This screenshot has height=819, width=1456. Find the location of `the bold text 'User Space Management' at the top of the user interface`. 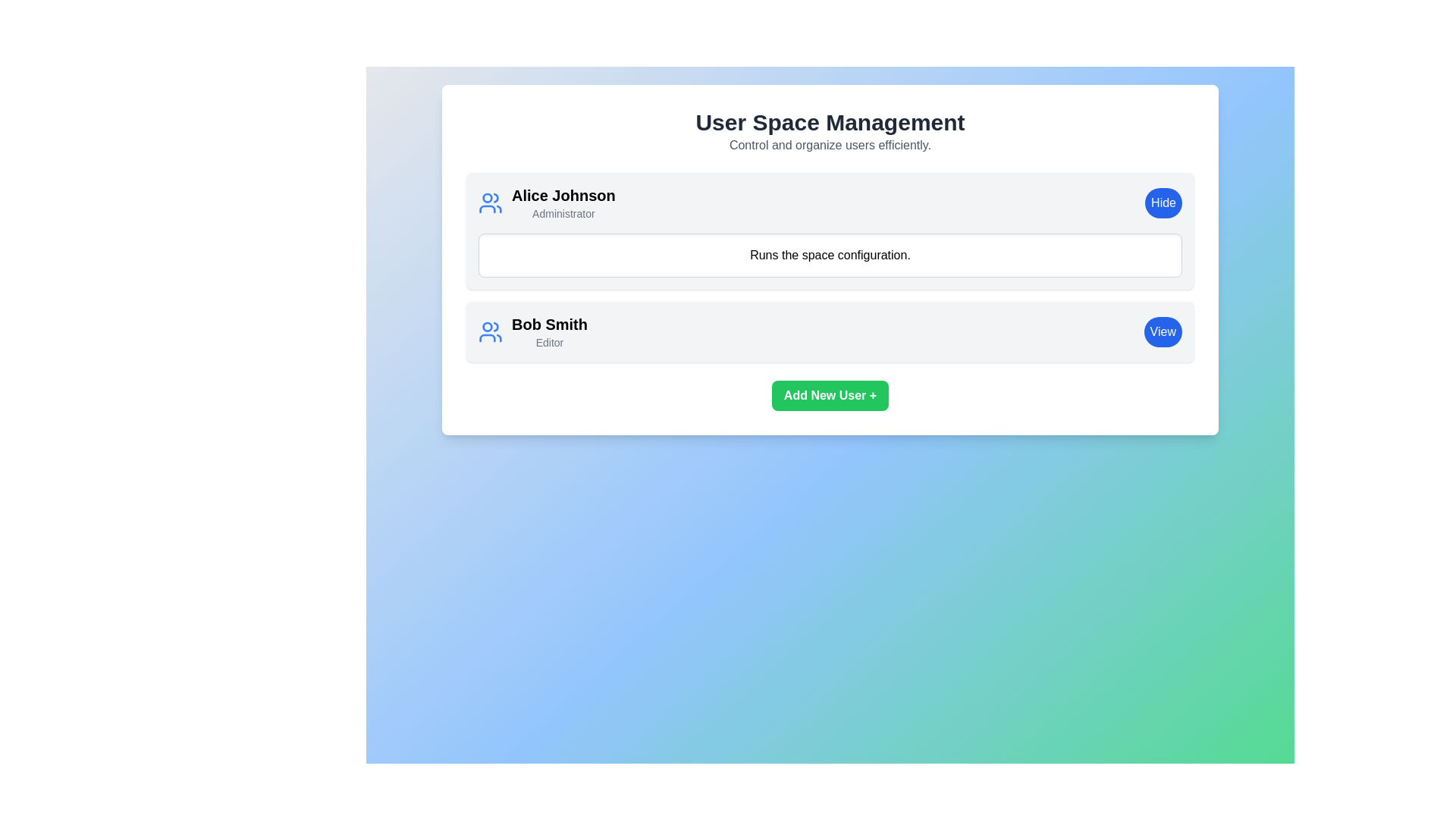

the bold text 'User Space Management' at the top of the user interface is located at coordinates (829, 122).